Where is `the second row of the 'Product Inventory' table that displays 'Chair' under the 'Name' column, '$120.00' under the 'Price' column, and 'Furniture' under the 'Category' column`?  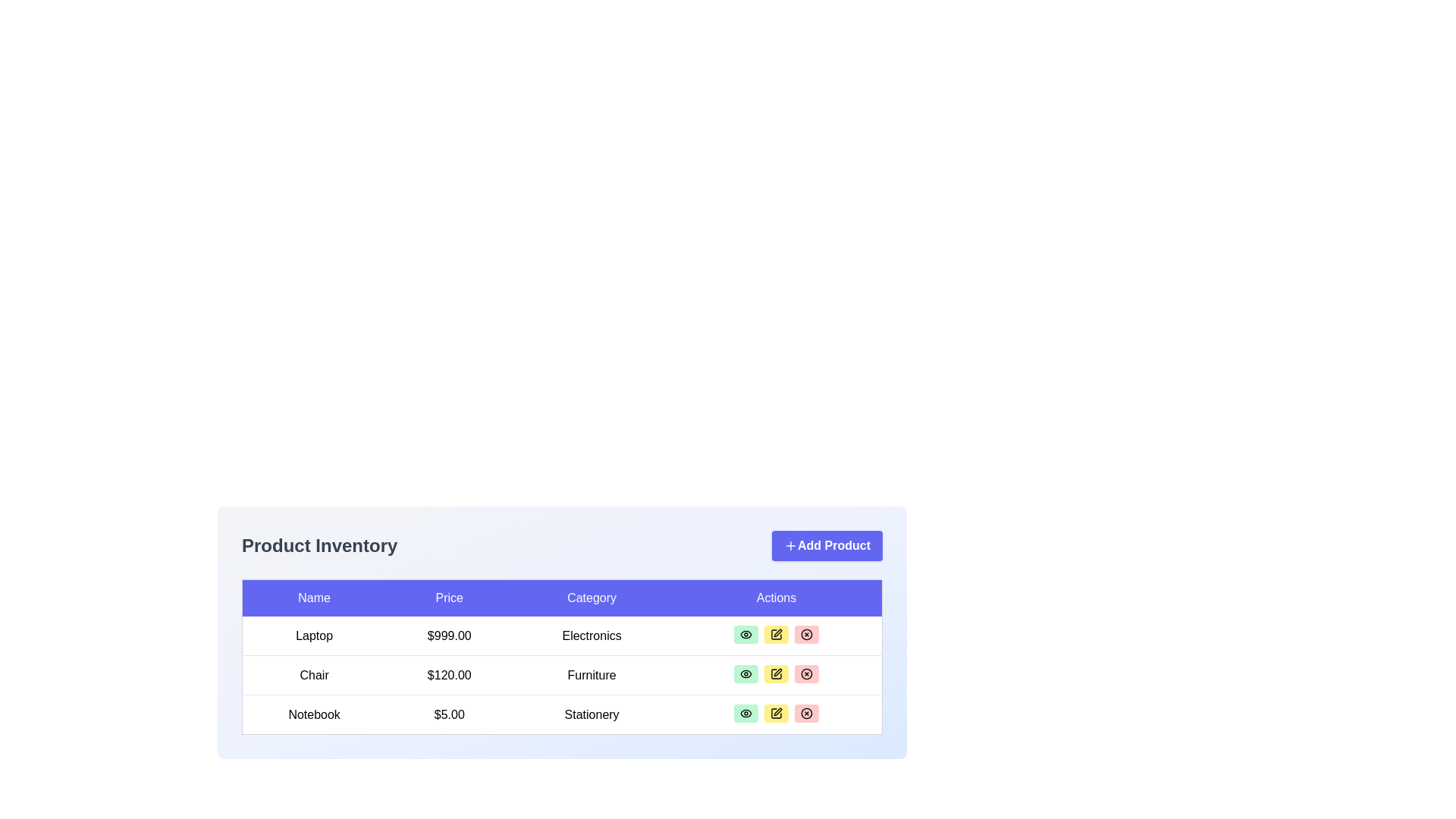
the second row of the 'Product Inventory' table that displays 'Chair' under the 'Name' column, '$120.00' under the 'Price' column, and 'Furniture' under the 'Category' column is located at coordinates (561, 674).